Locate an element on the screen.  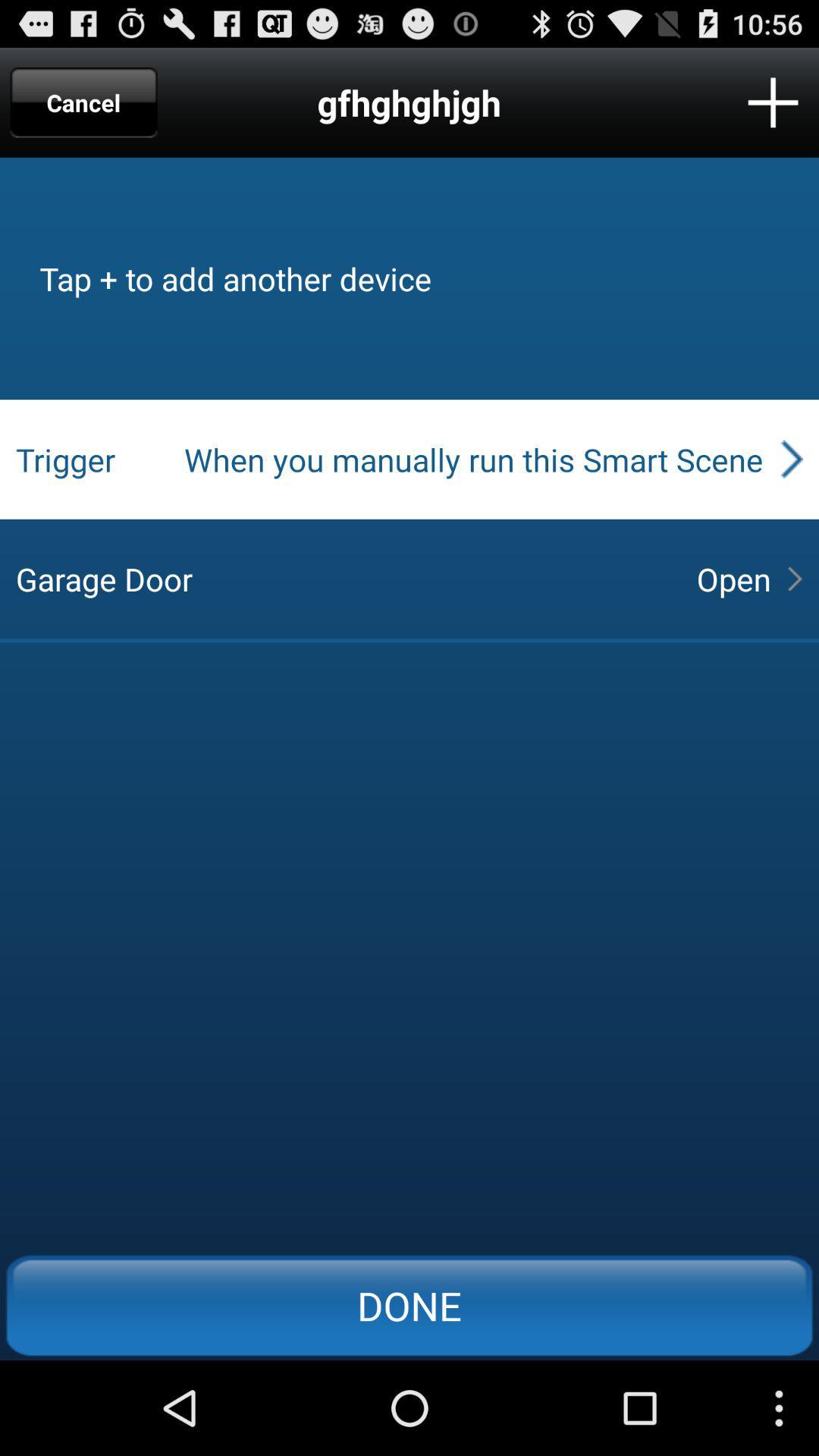
item to the right of garage door is located at coordinates (733, 578).